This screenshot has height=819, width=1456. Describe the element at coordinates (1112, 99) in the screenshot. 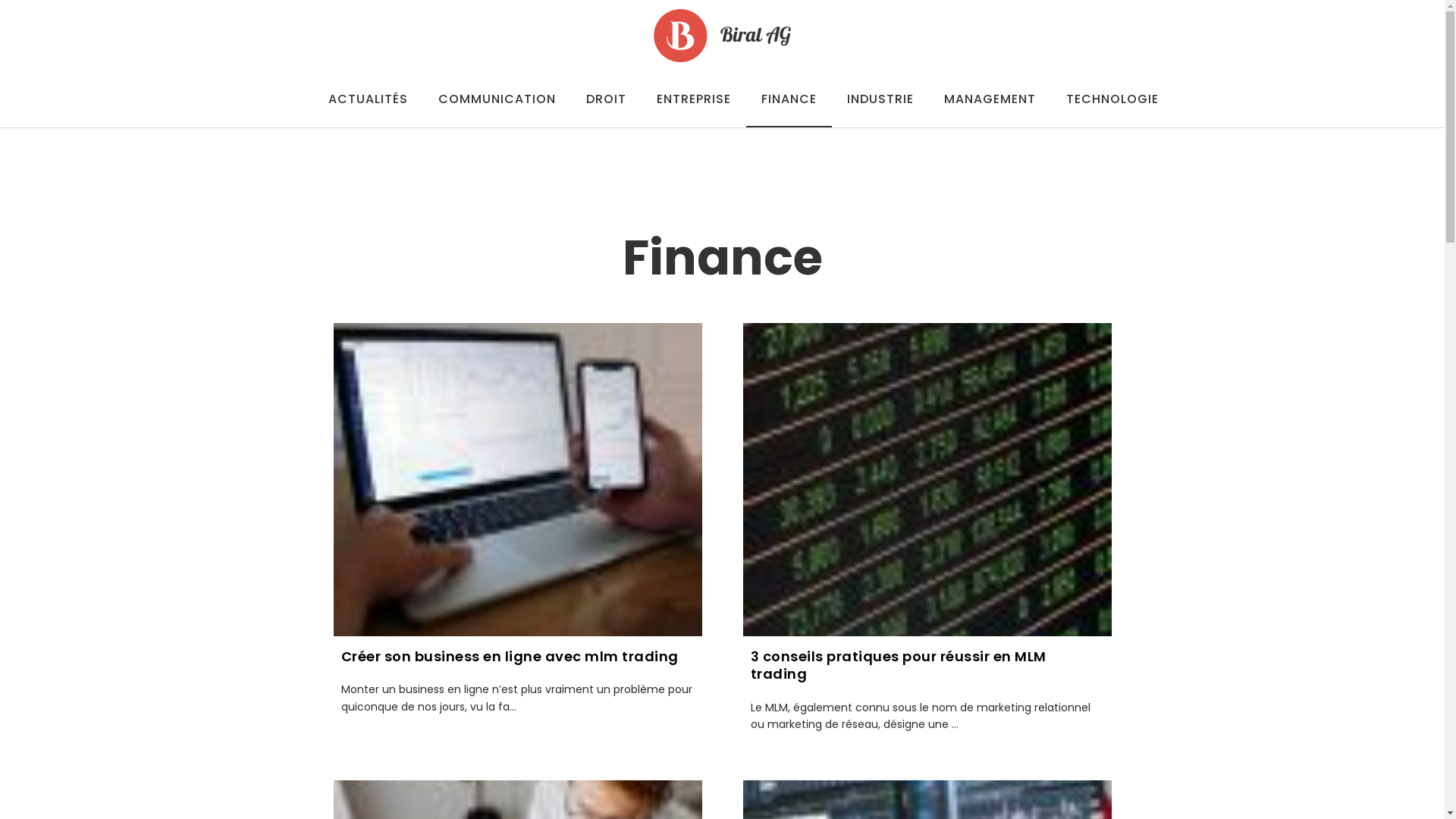

I see `'TECHNOLOGIE'` at that location.